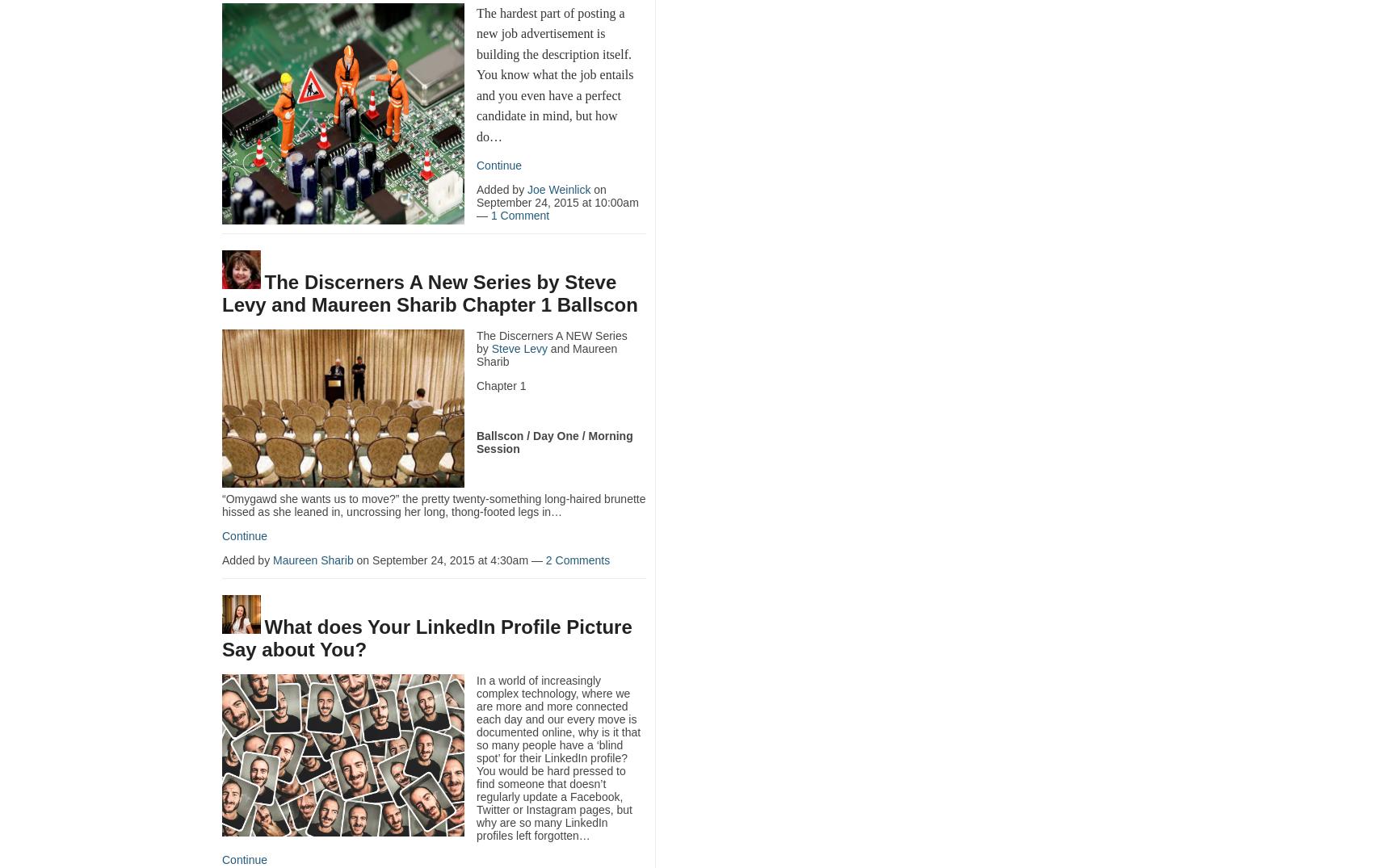 This screenshot has height=868, width=1399. What do you see at coordinates (546, 354) in the screenshot?
I see `'and Maureen Sharib'` at bounding box center [546, 354].